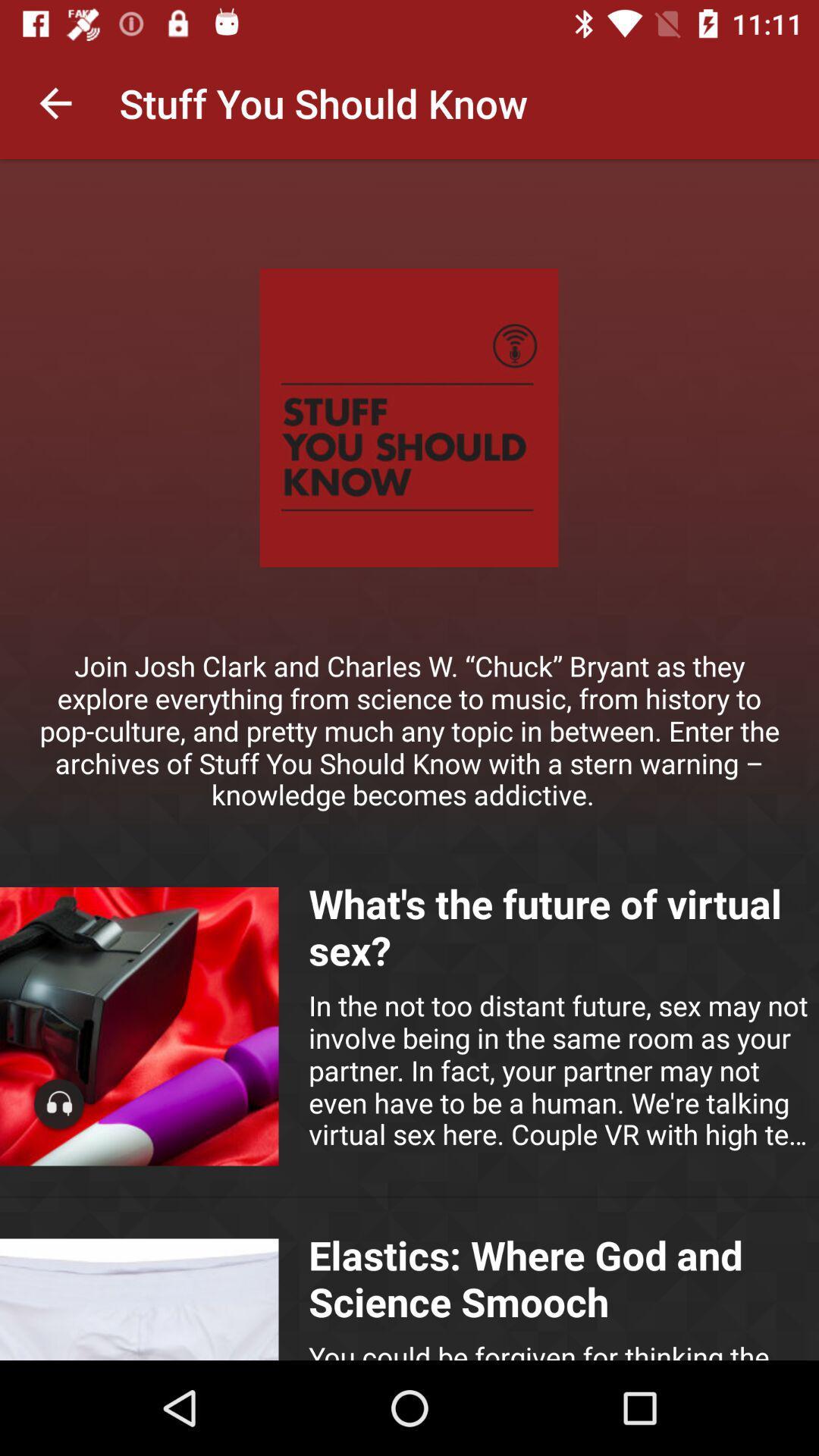 This screenshot has width=819, height=1456. What do you see at coordinates (139, 1298) in the screenshot?
I see `image` at bounding box center [139, 1298].